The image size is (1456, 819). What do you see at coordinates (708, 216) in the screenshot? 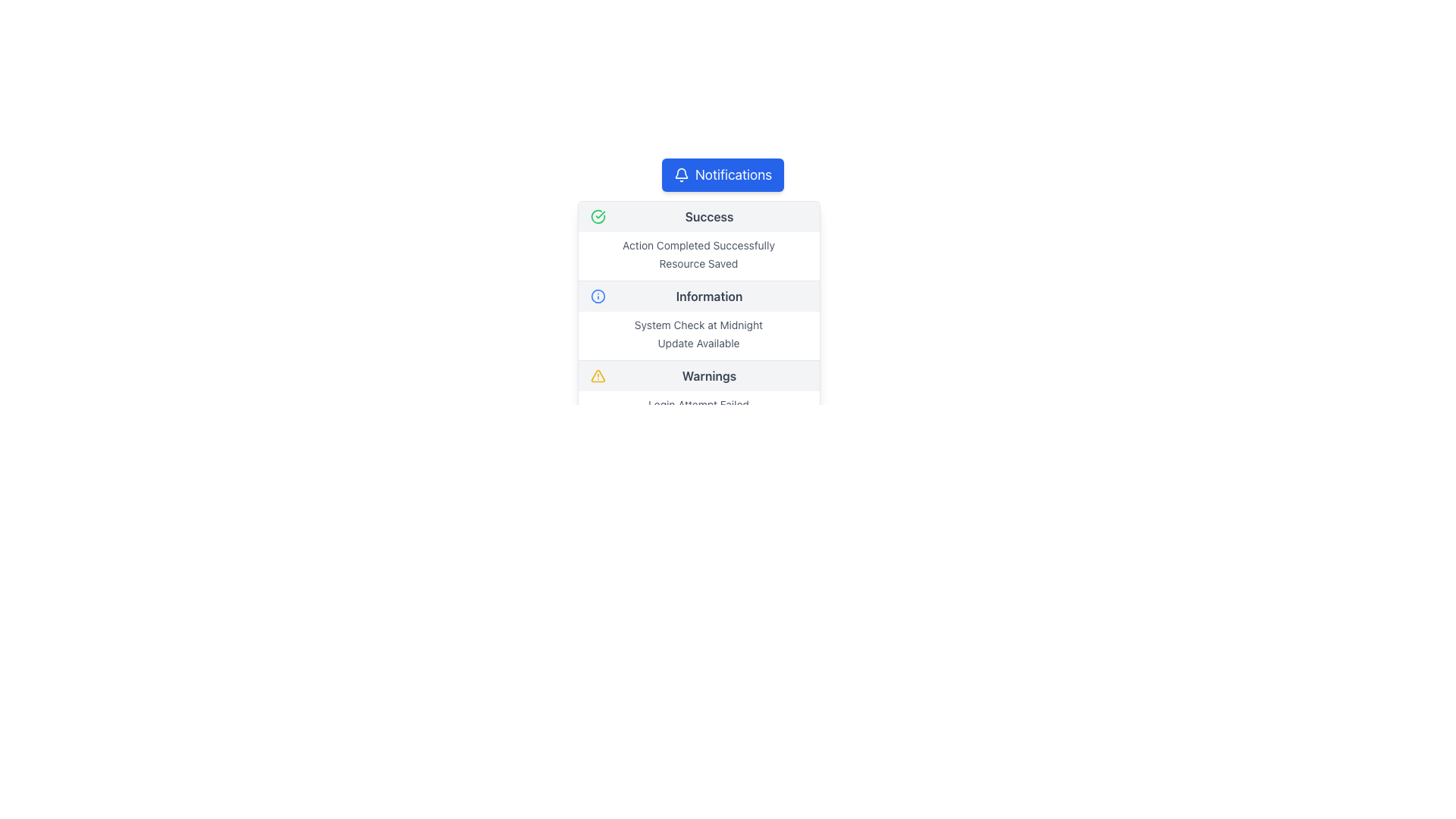
I see `the 'Success' label which is styled in bold dark gray font, located next to a green check icon in the notification panel` at bounding box center [708, 216].